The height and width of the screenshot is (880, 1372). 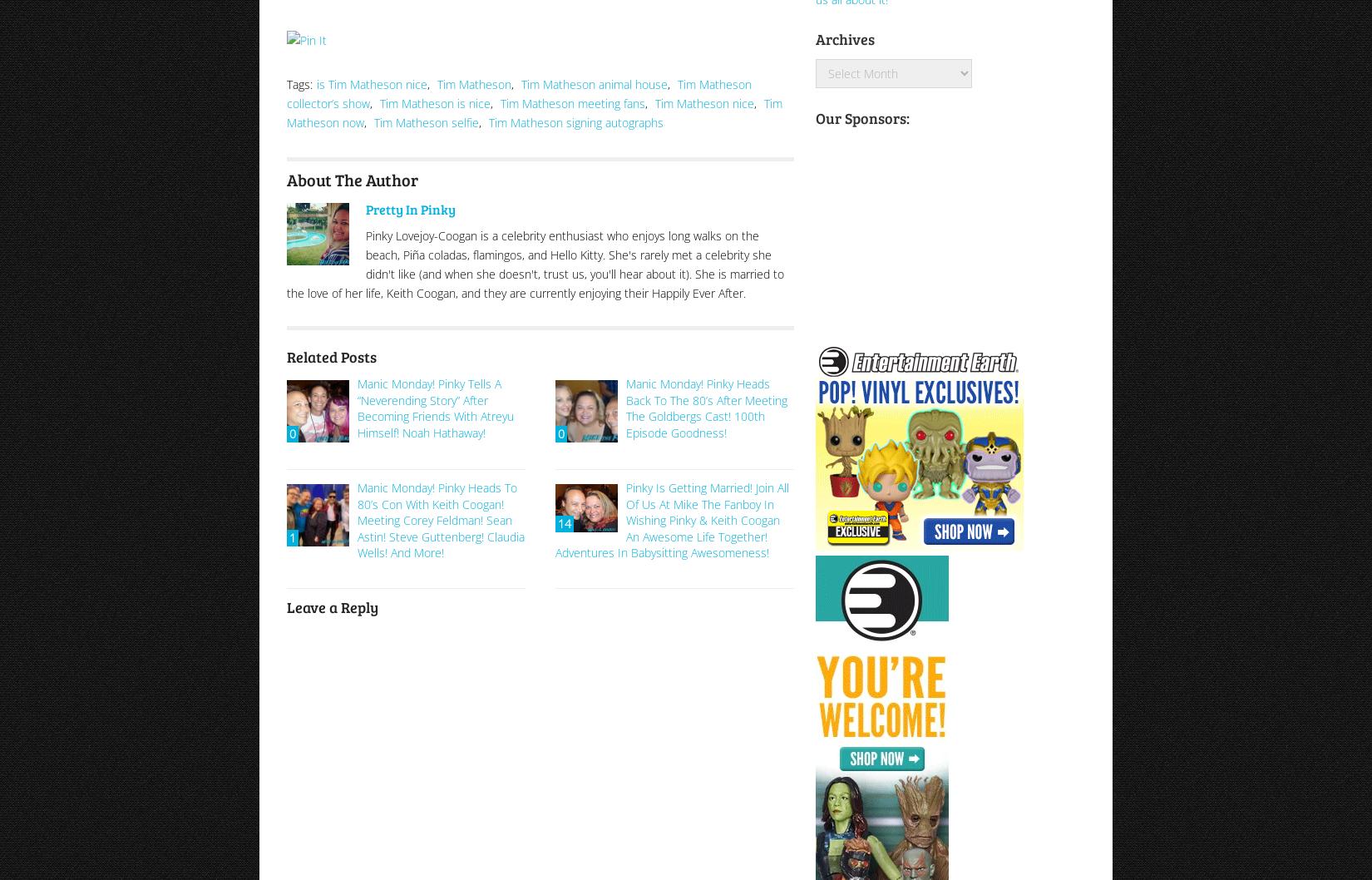 What do you see at coordinates (593, 82) in the screenshot?
I see `'Tim Matheson animal house'` at bounding box center [593, 82].